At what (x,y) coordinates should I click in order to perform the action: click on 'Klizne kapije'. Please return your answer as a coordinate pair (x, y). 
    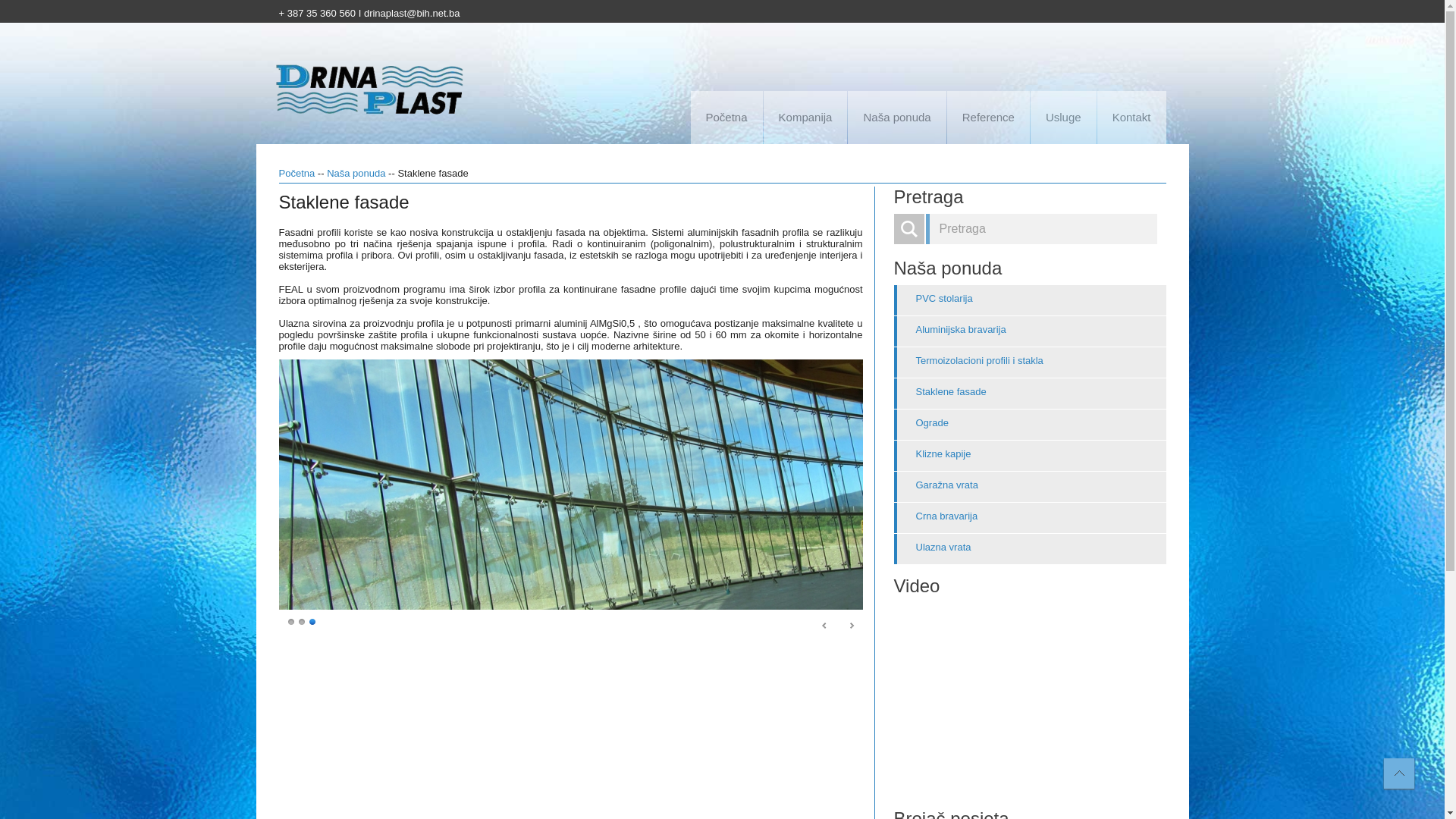
    Looking at the image, I should click on (893, 455).